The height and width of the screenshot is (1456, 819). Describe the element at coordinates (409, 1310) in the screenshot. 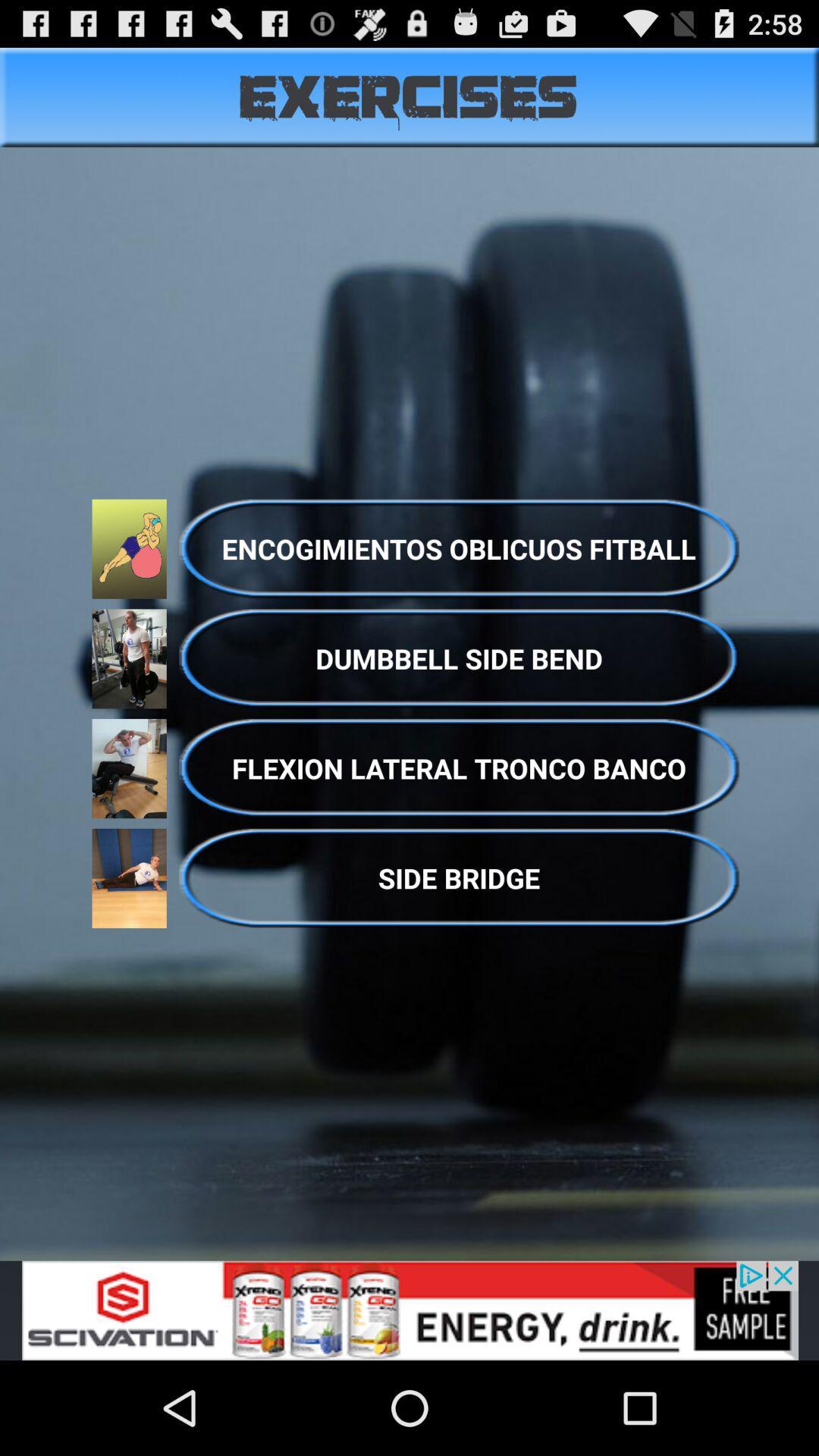

I see `the option` at that location.